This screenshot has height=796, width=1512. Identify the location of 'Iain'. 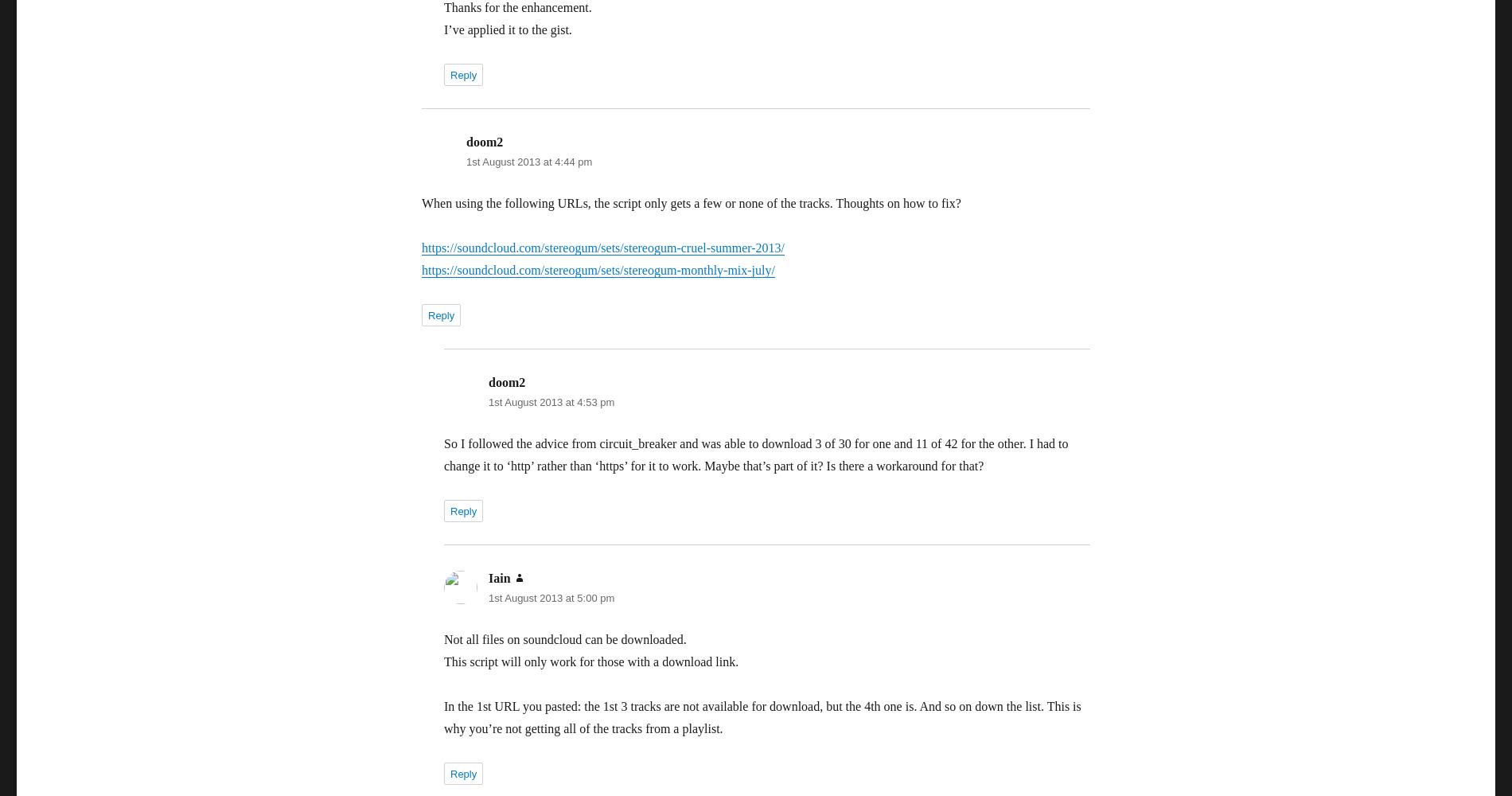
(499, 577).